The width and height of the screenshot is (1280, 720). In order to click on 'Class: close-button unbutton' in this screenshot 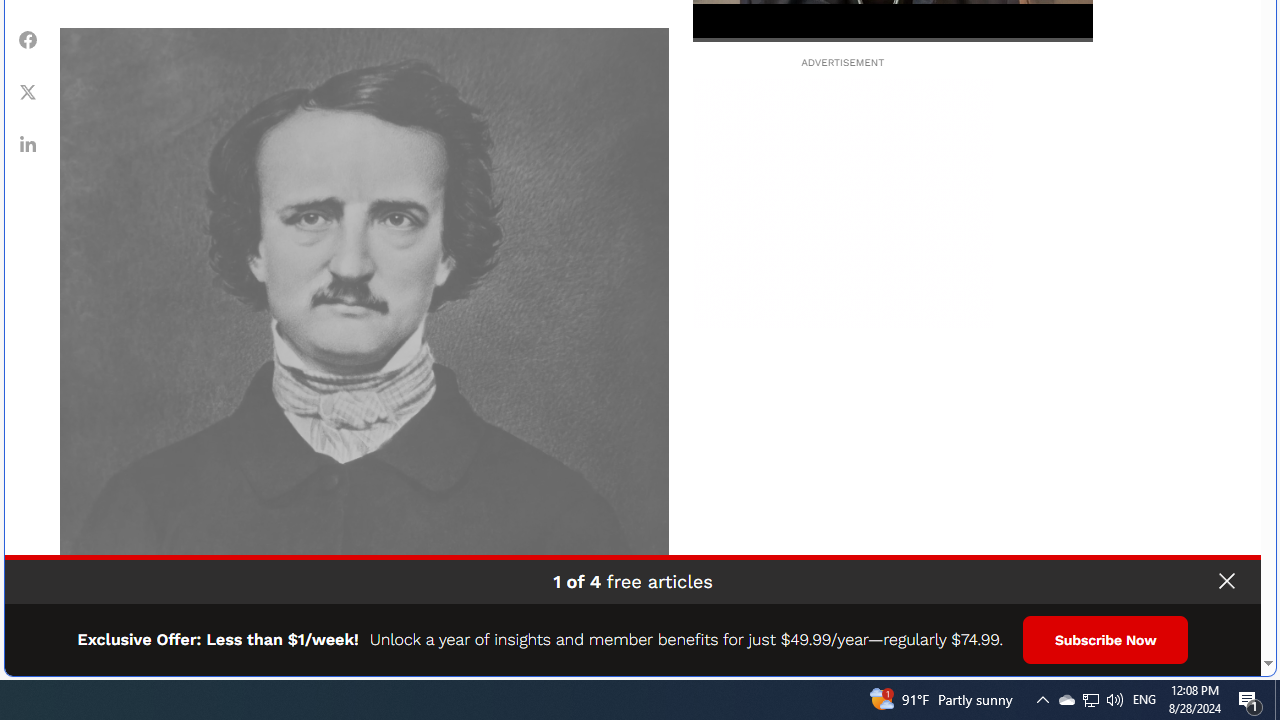, I will do `click(1225, 581)`.